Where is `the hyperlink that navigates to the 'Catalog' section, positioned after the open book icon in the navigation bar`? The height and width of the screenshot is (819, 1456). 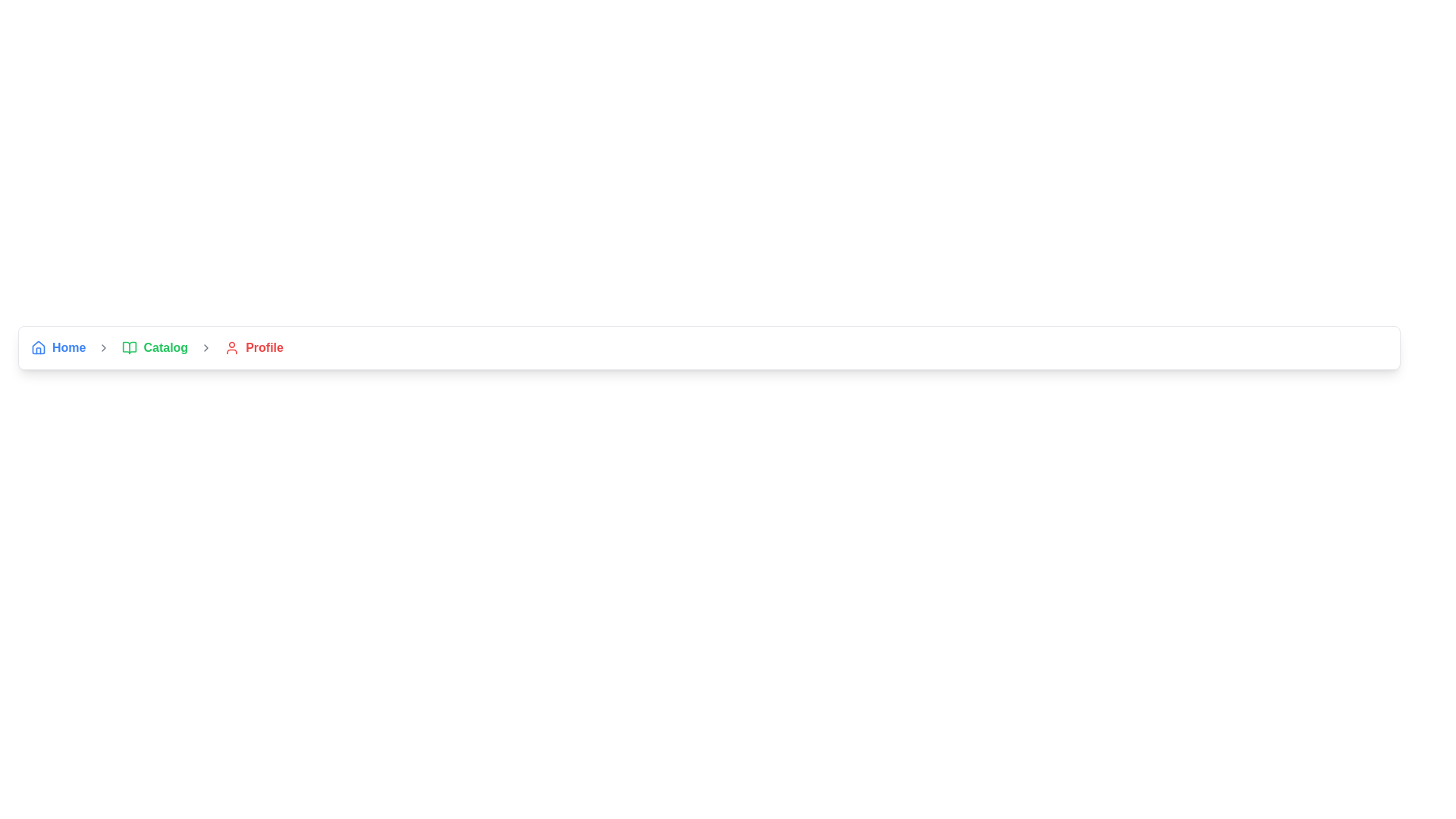 the hyperlink that navigates to the 'Catalog' section, positioned after the open book icon in the navigation bar is located at coordinates (165, 348).